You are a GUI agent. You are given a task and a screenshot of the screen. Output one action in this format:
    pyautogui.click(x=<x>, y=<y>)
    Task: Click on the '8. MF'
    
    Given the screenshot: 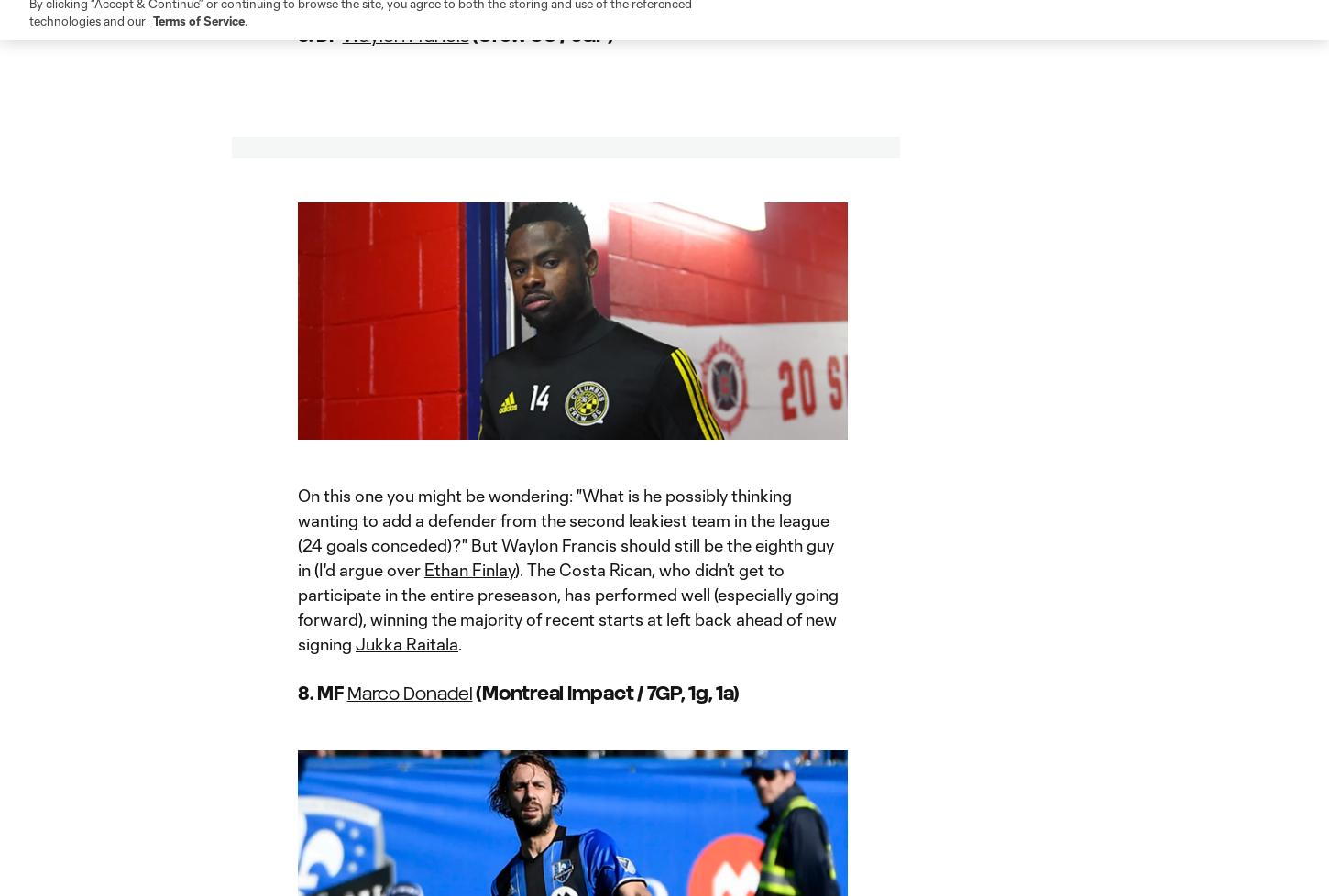 What is the action you would take?
    pyautogui.click(x=322, y=692)
    